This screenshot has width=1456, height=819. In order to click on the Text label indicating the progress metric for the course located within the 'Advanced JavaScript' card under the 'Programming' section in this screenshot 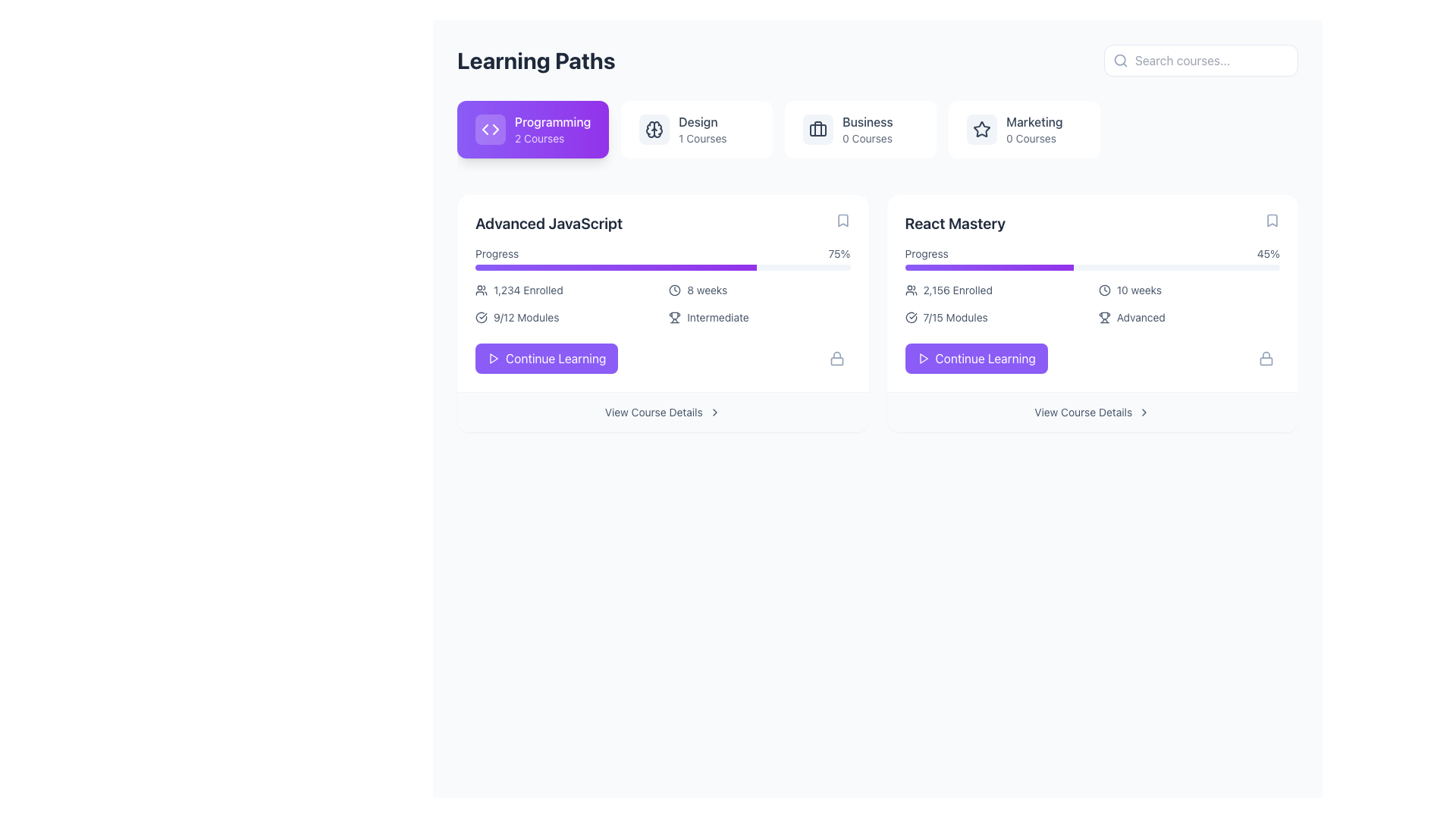, I will do `click(497, 253)`.